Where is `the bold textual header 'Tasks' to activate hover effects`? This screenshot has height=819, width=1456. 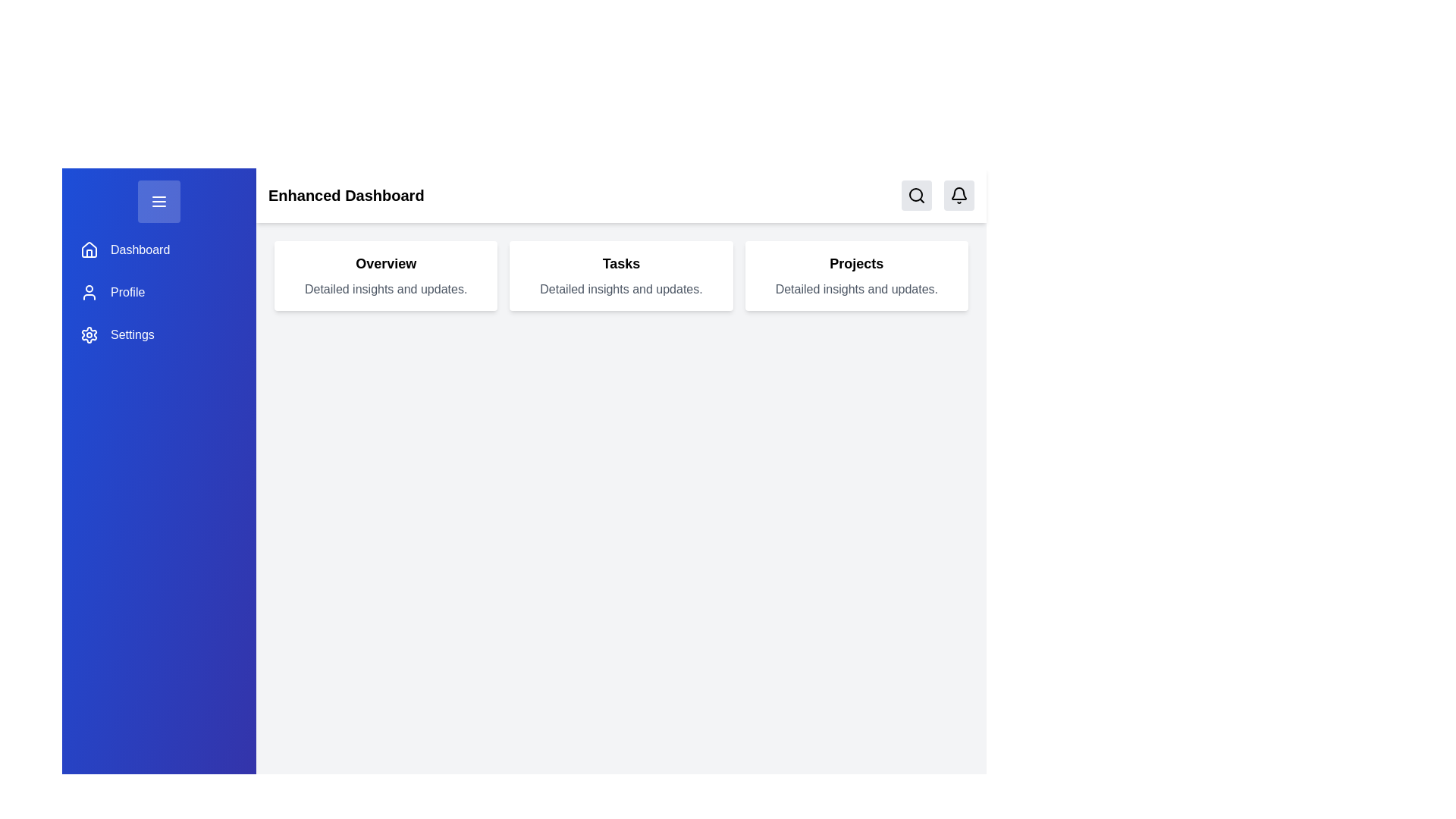
the bold textual header 'Tasks' to activate hover effects is located at coordinates (621, 262).